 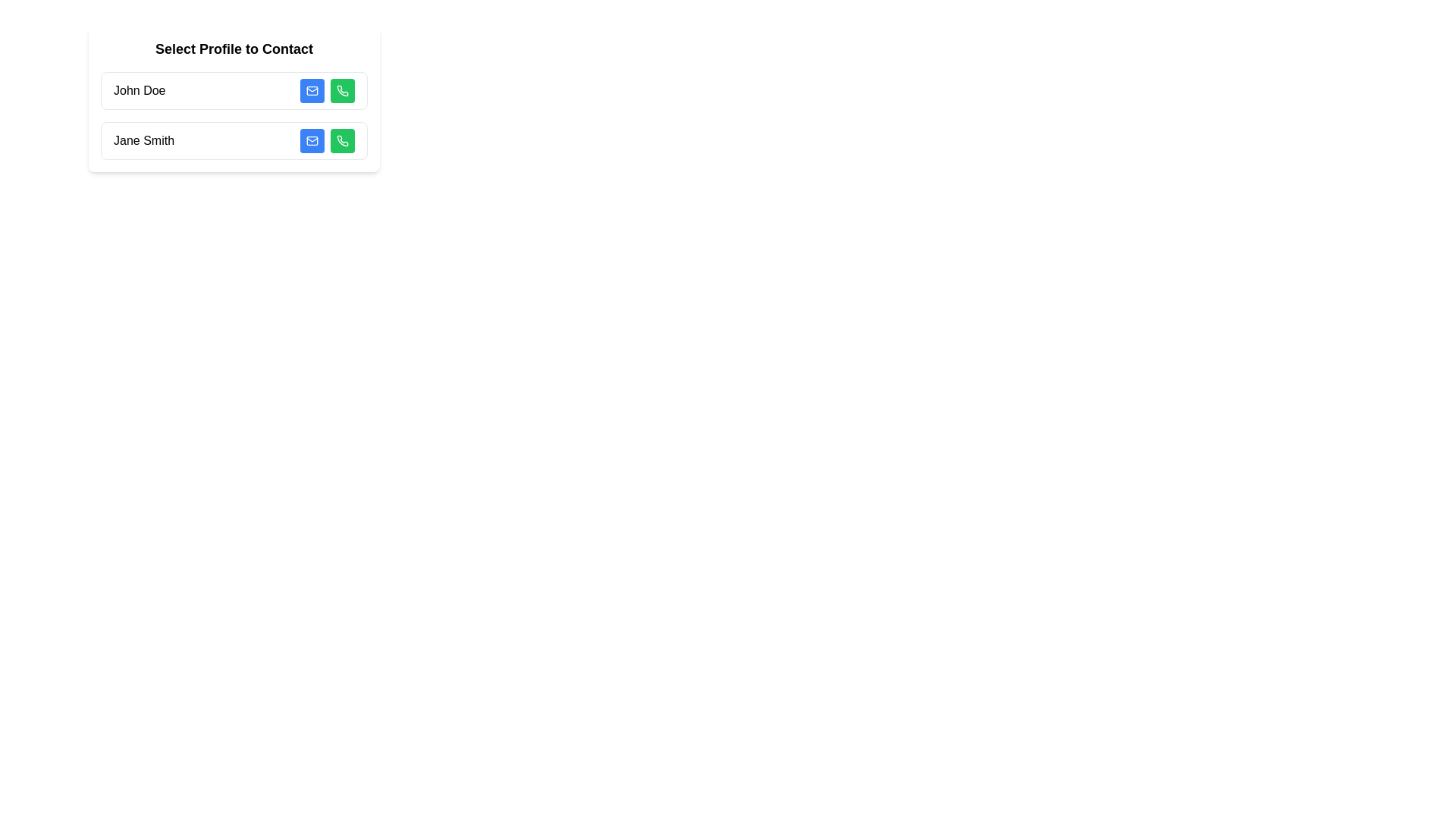 I want to click on the 'Call' icon within the green button located to the right of 'Jane Smith', so click(x=341, y=140).